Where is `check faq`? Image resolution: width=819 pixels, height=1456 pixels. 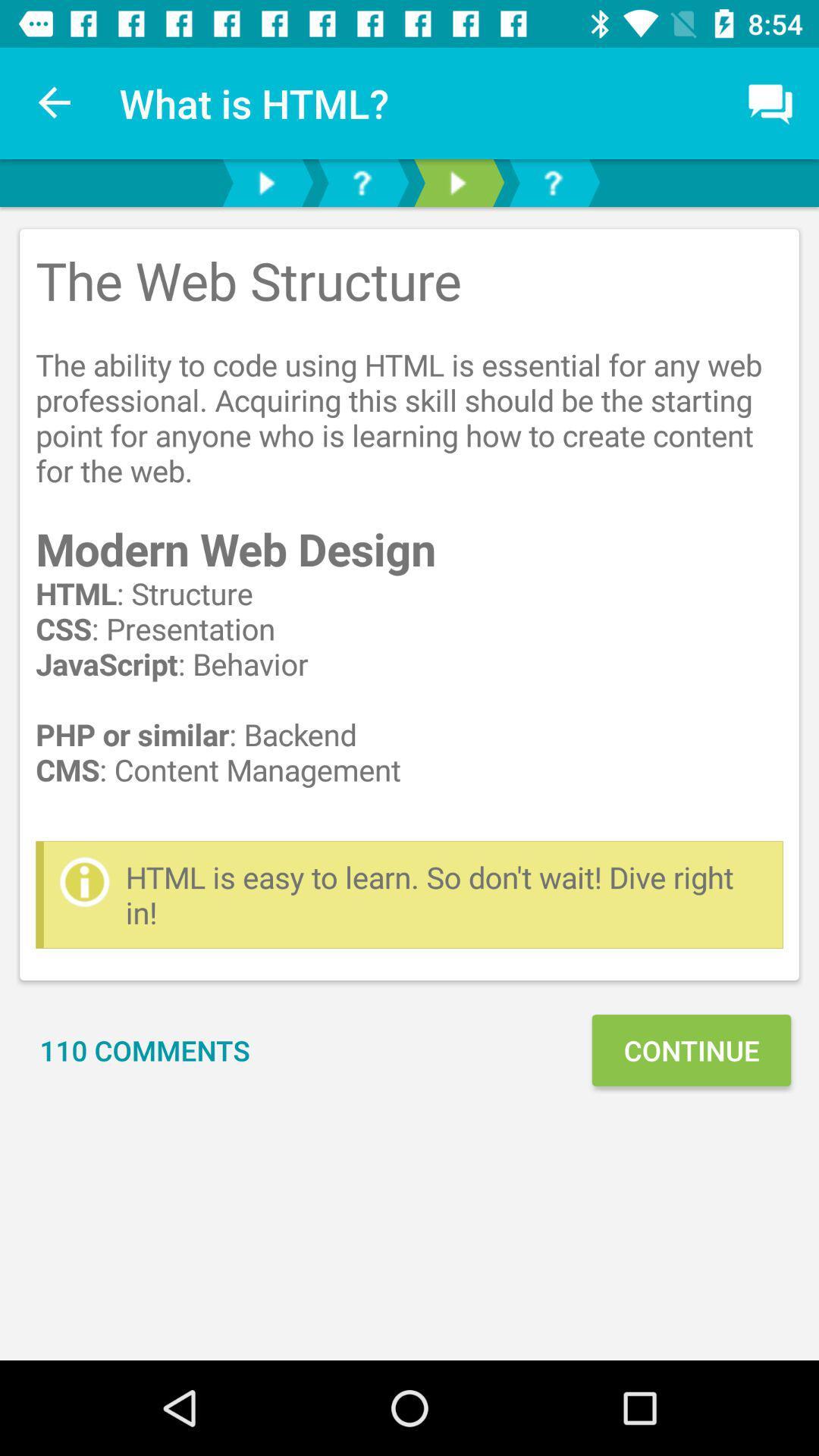
check faq is located at coordinates (362, 182).